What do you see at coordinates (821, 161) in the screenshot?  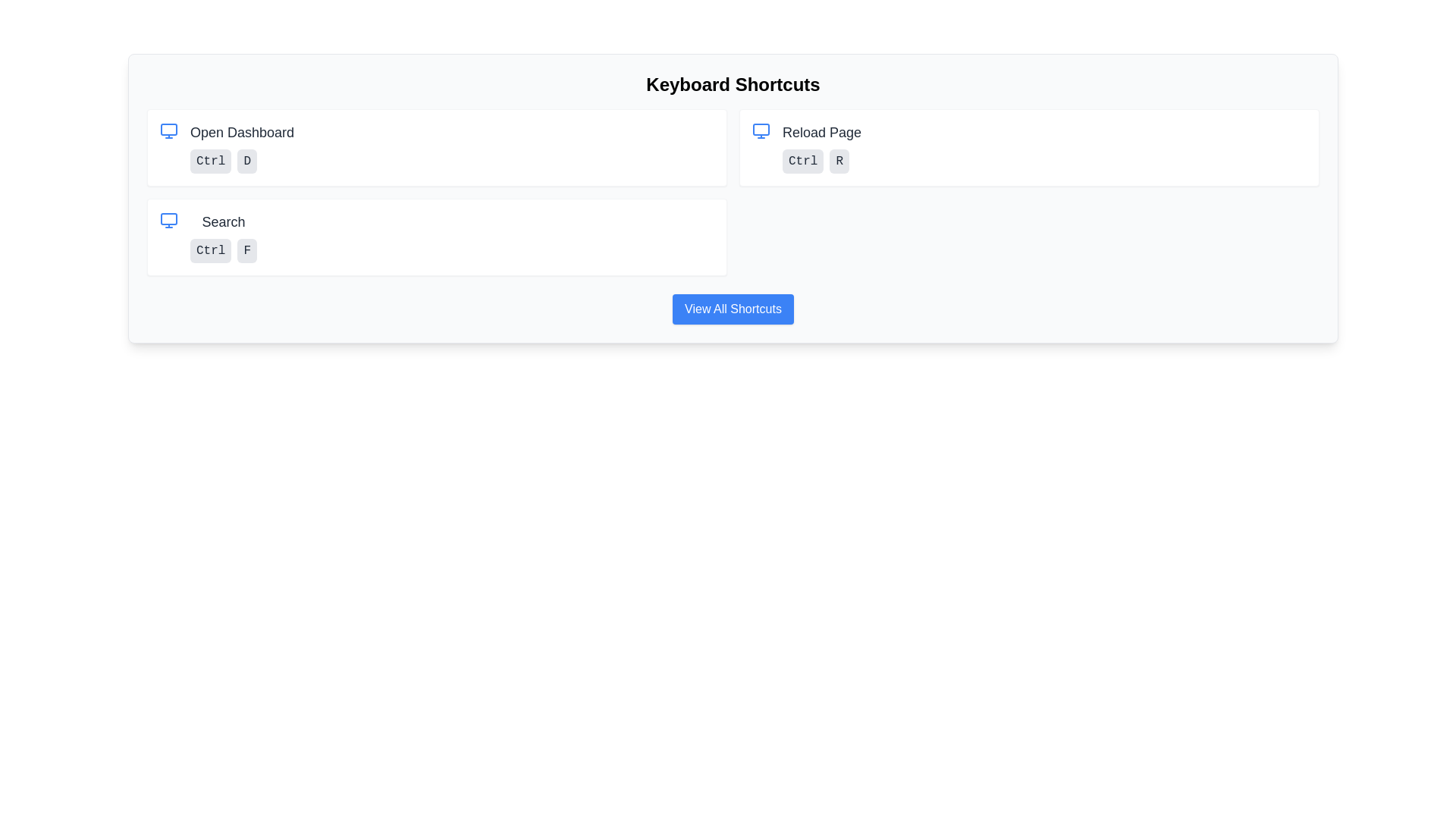 I see `the keyboard shortcut represented by the interactive button elements` at bounding box center [821, 161].